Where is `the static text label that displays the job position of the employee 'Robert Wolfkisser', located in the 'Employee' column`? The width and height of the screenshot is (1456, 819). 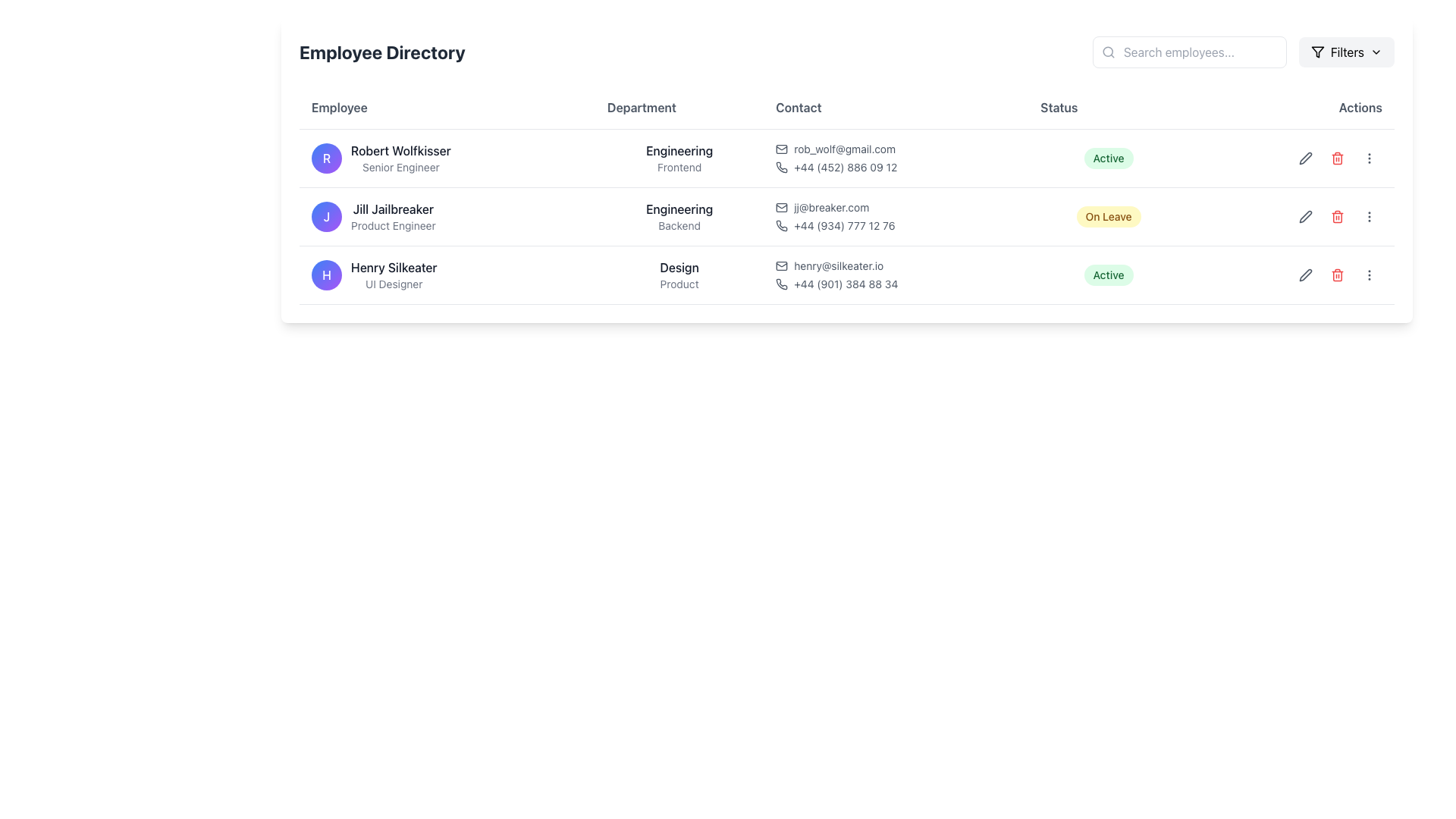 the static text label that displays the job position of the employee 'Robert Wolfkisser', located in the 'Employee' column is located at coordinates (400, 167).